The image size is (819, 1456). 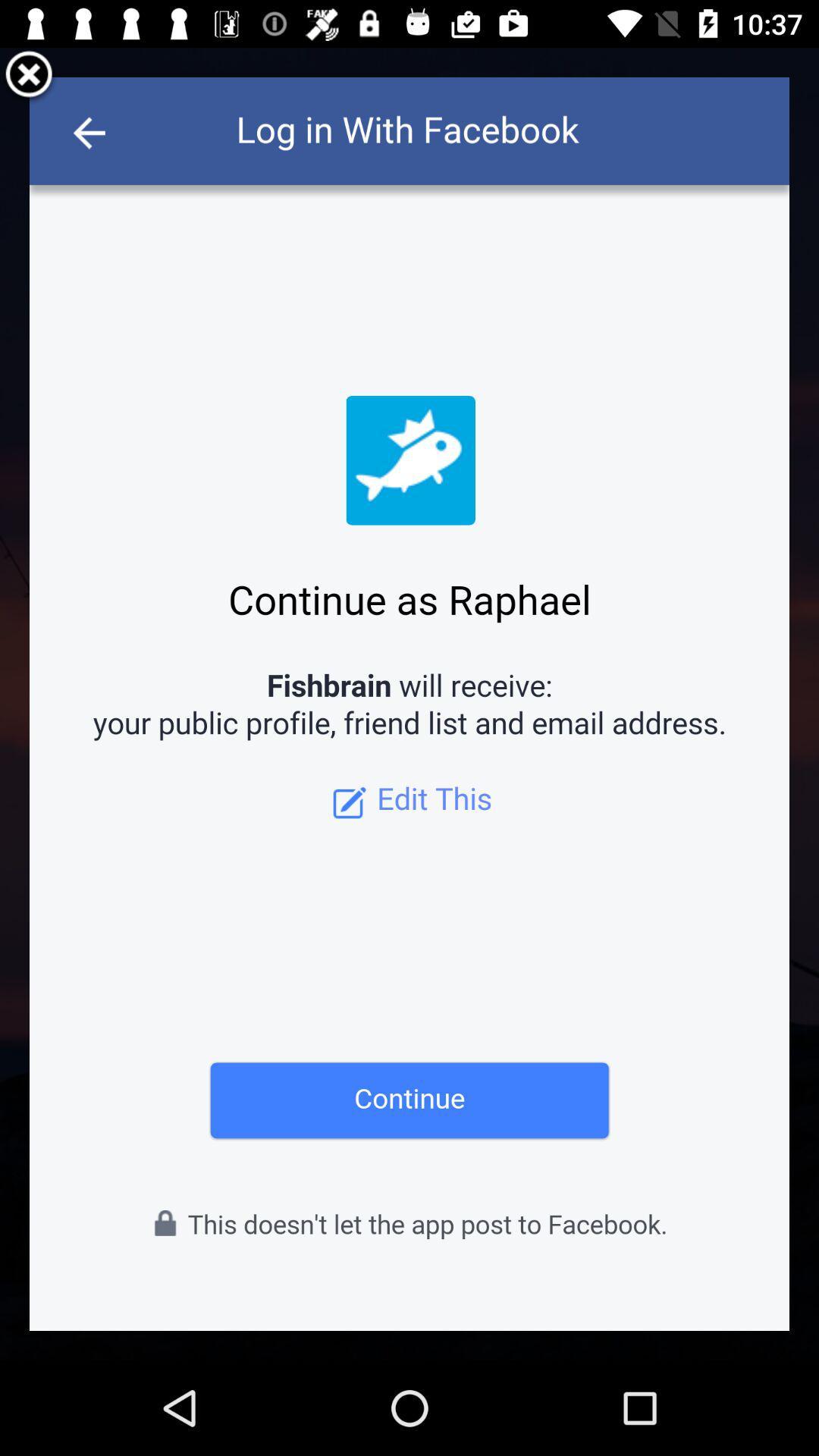 I want to click on the close icon, so click(x=29, y=79).